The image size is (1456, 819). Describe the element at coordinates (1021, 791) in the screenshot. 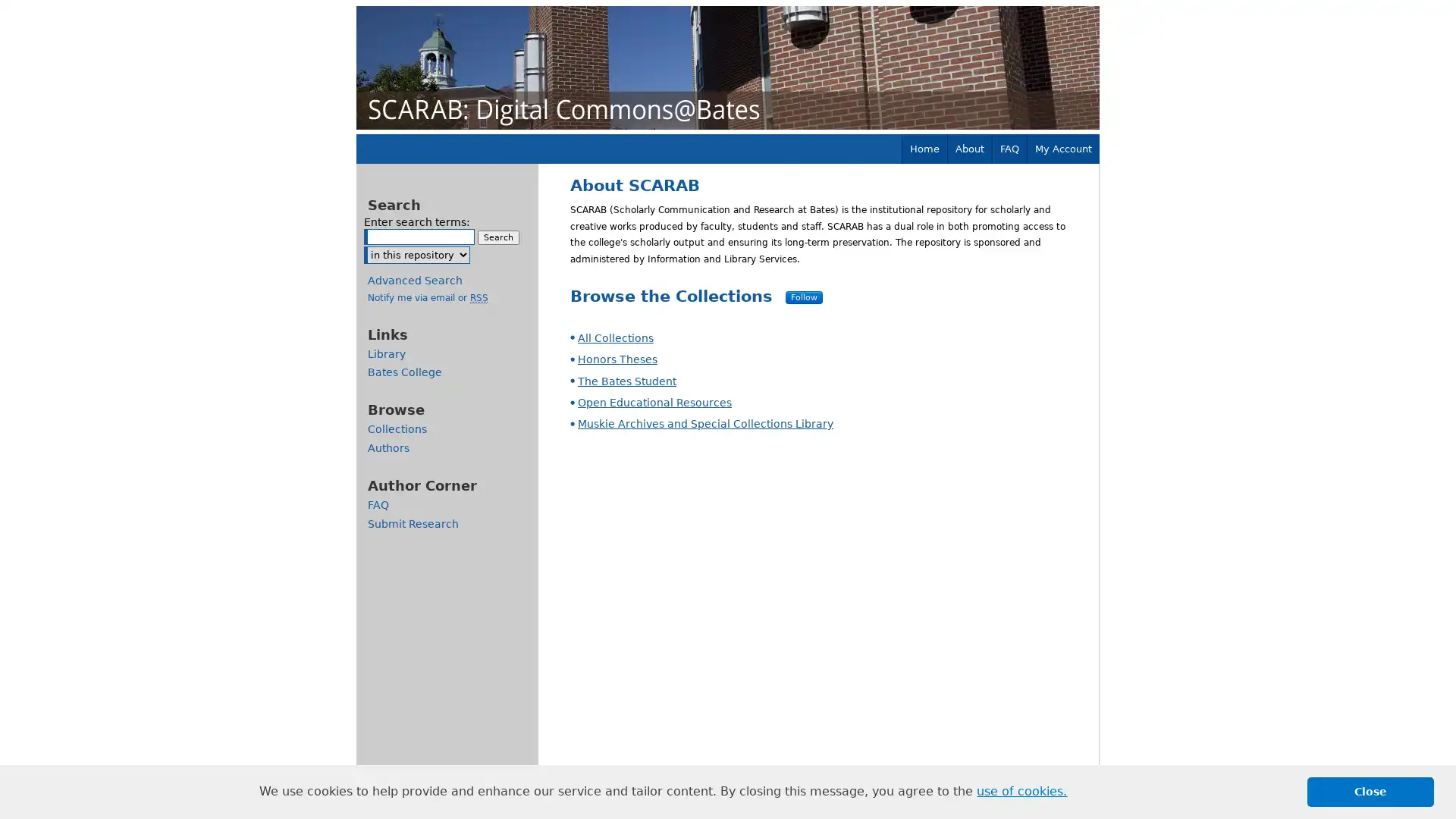

I see `learn more about cookies` at that location.